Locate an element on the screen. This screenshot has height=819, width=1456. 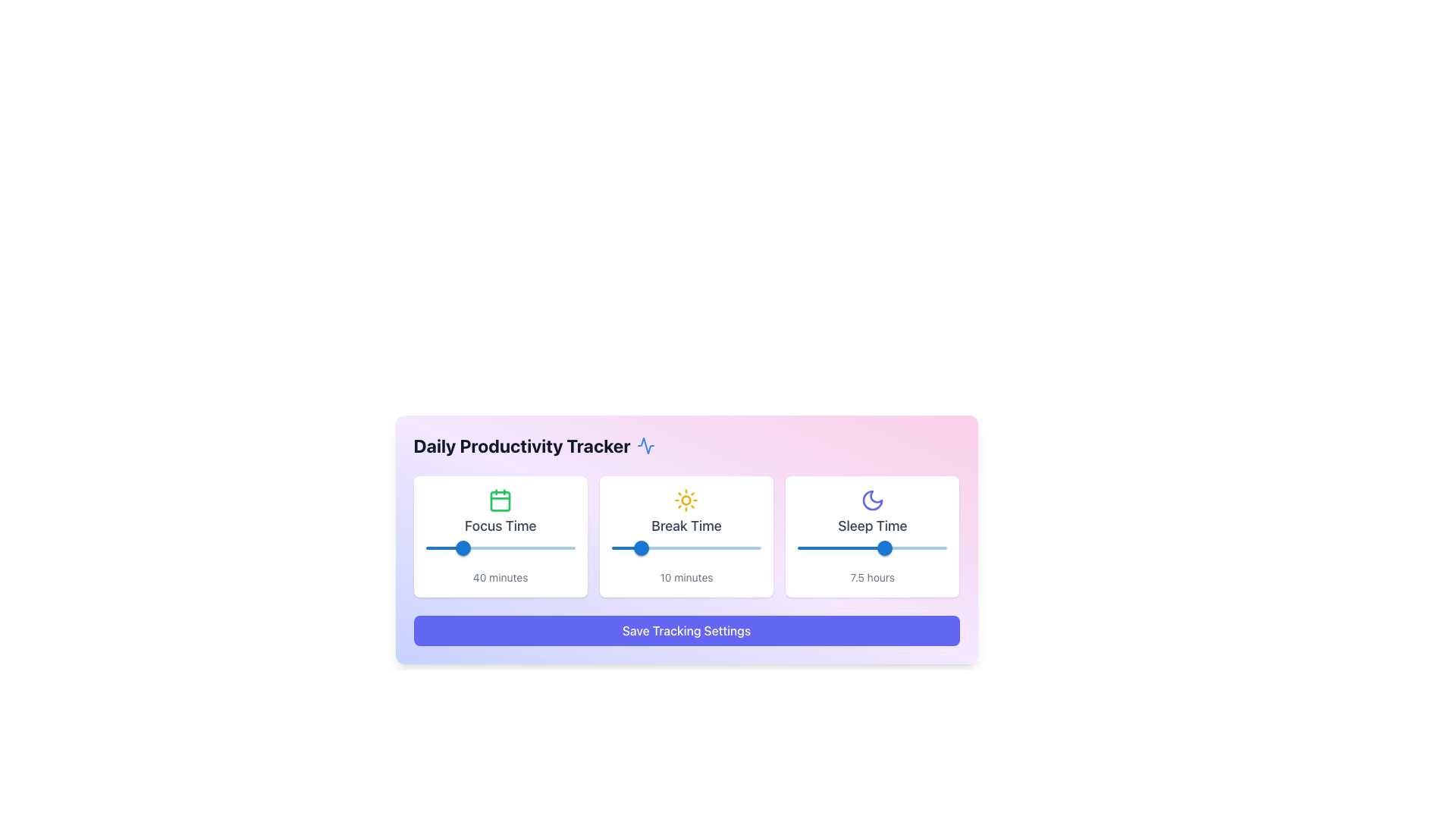
the 'Focus Time' slider is located at coordinates (419, 546).